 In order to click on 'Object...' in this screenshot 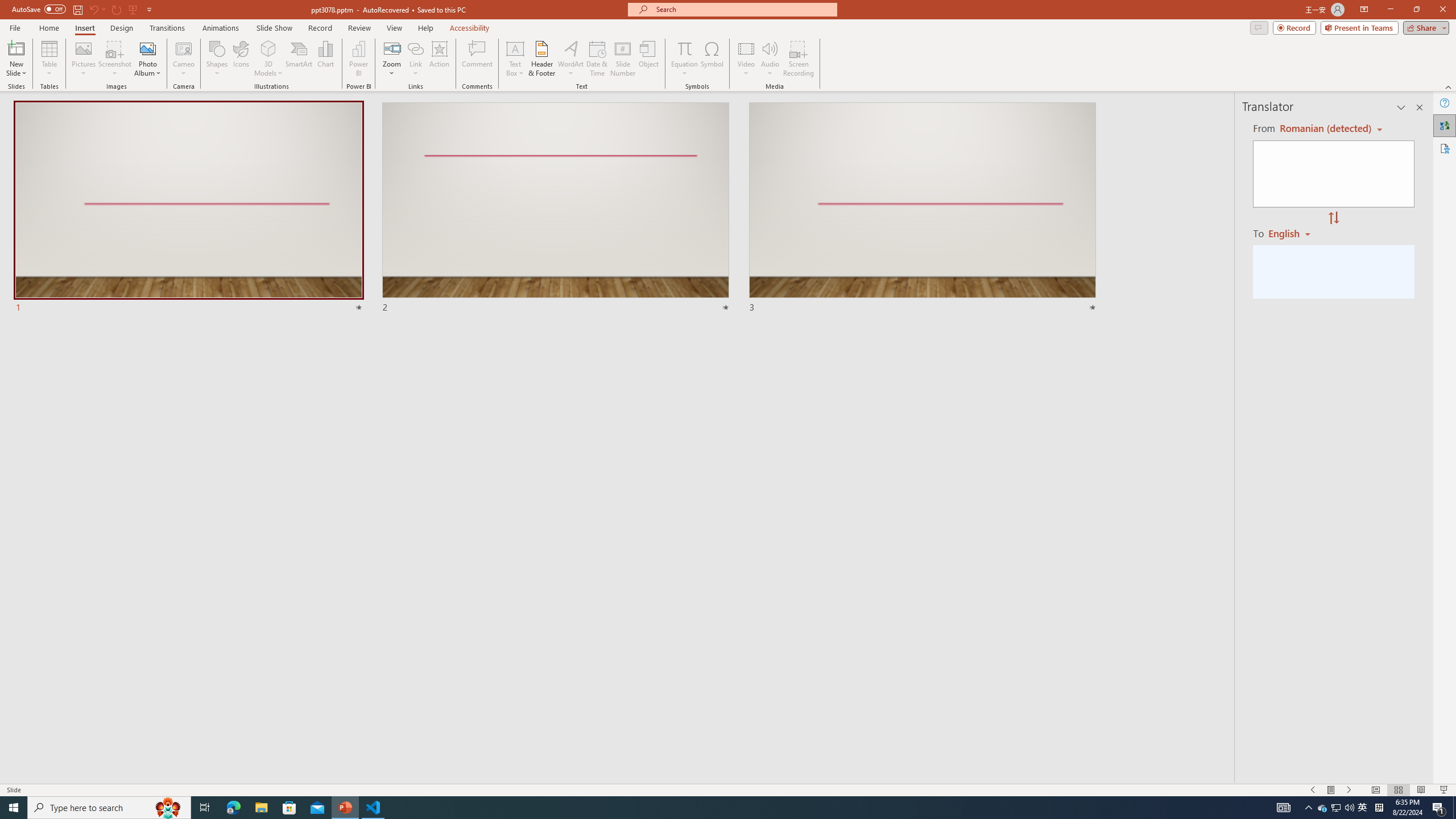, I will do `click(649, 59)`.